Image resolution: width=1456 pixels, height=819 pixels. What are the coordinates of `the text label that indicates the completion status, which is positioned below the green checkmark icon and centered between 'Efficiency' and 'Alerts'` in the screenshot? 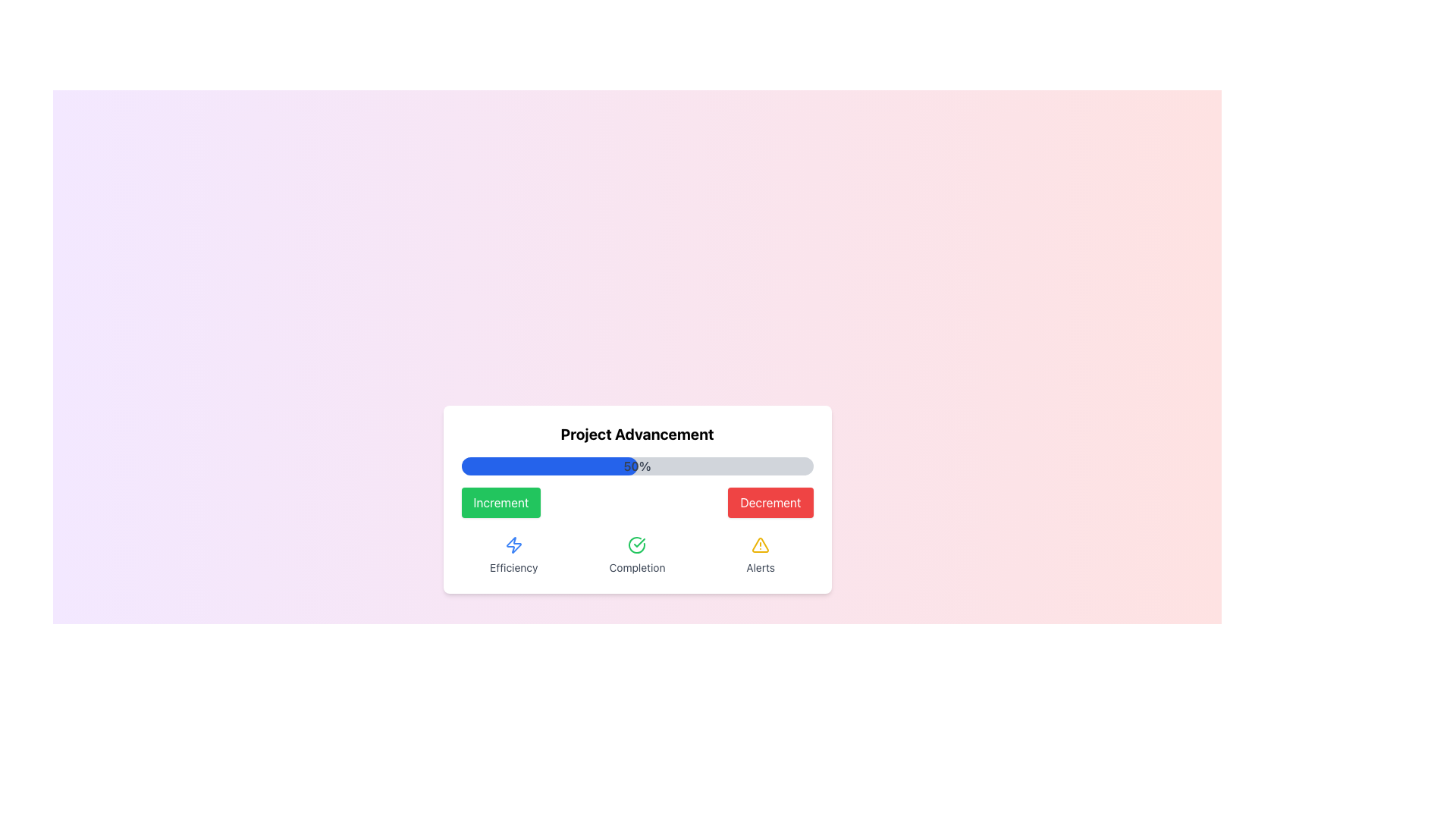 It's located at (637, 567).